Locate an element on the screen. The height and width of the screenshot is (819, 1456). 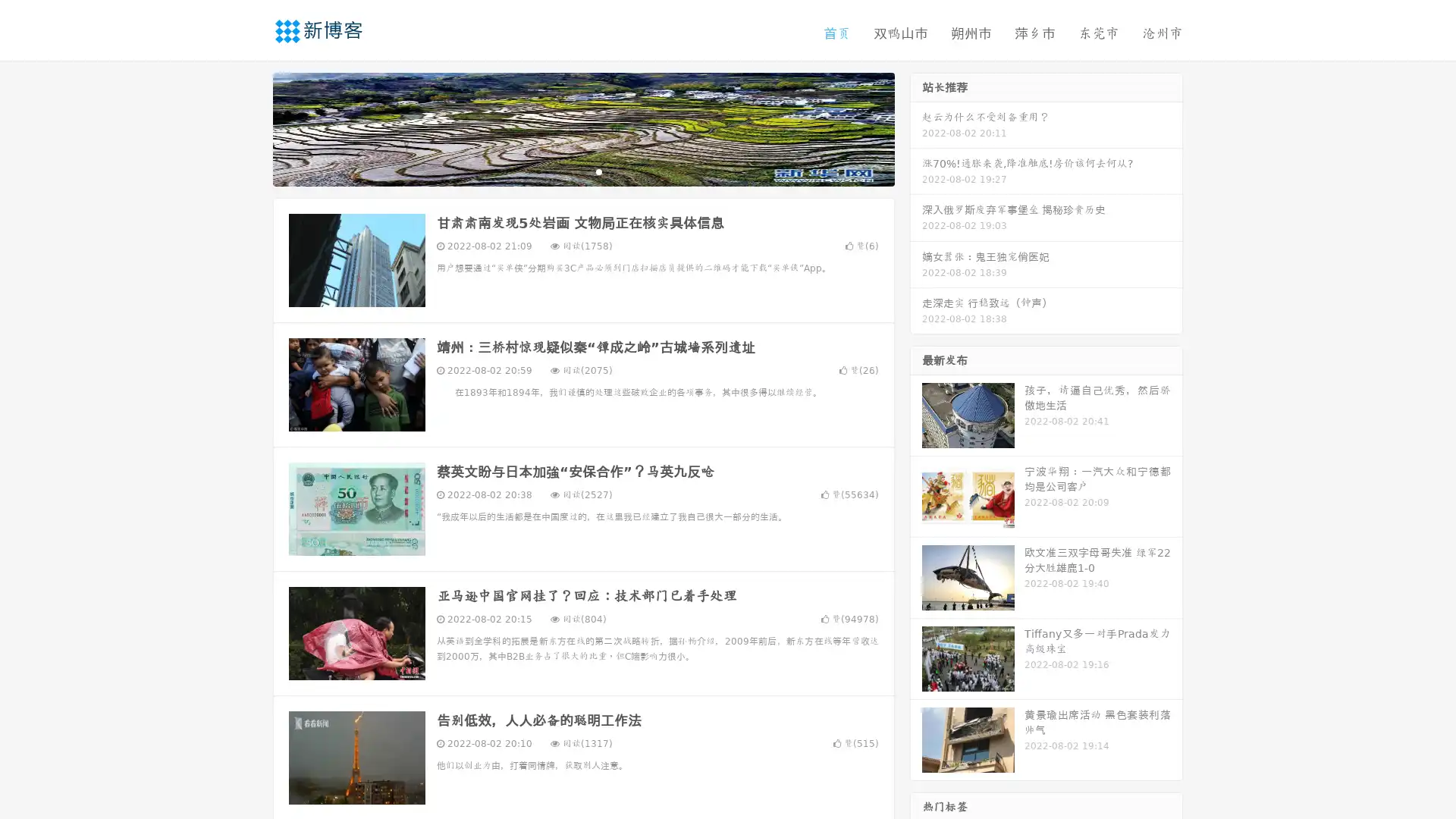
Go to slide 3 is located at coordinates (598, 171).